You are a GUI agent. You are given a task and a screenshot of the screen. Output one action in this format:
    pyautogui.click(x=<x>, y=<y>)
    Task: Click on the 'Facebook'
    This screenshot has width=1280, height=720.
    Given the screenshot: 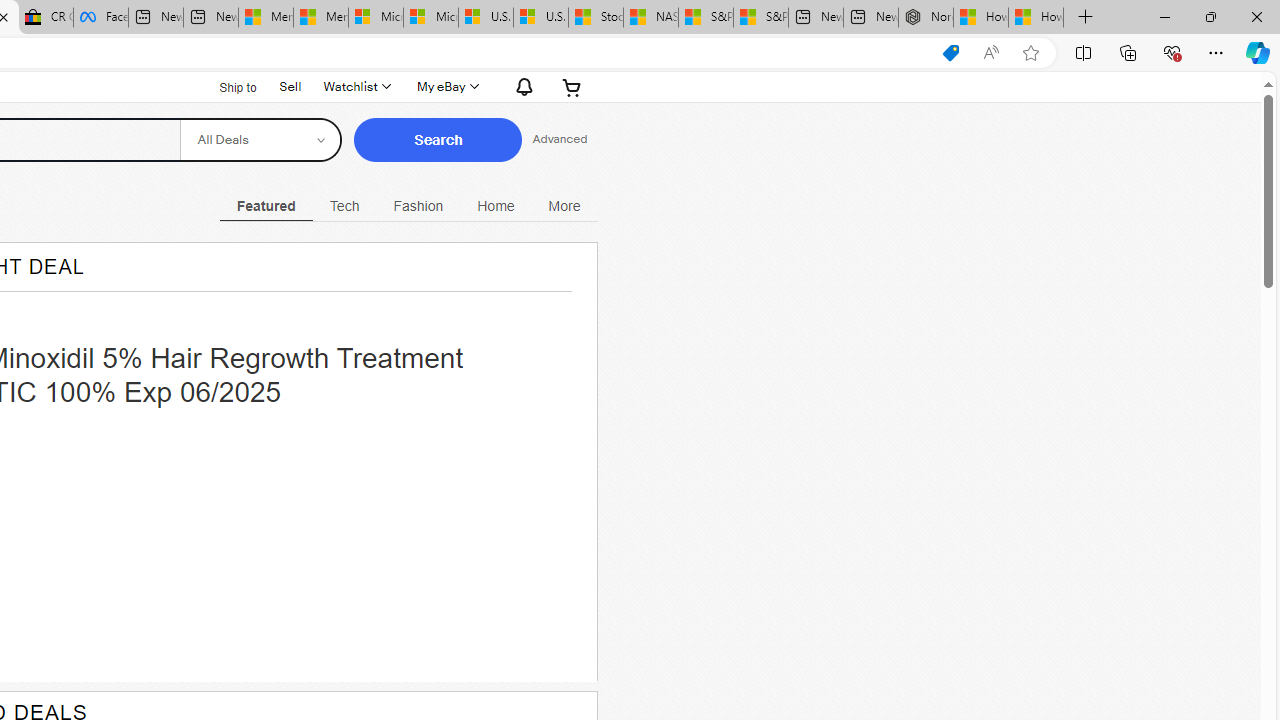 What is the action you would take?
    pyautogui.click(x=100, y=17)
    